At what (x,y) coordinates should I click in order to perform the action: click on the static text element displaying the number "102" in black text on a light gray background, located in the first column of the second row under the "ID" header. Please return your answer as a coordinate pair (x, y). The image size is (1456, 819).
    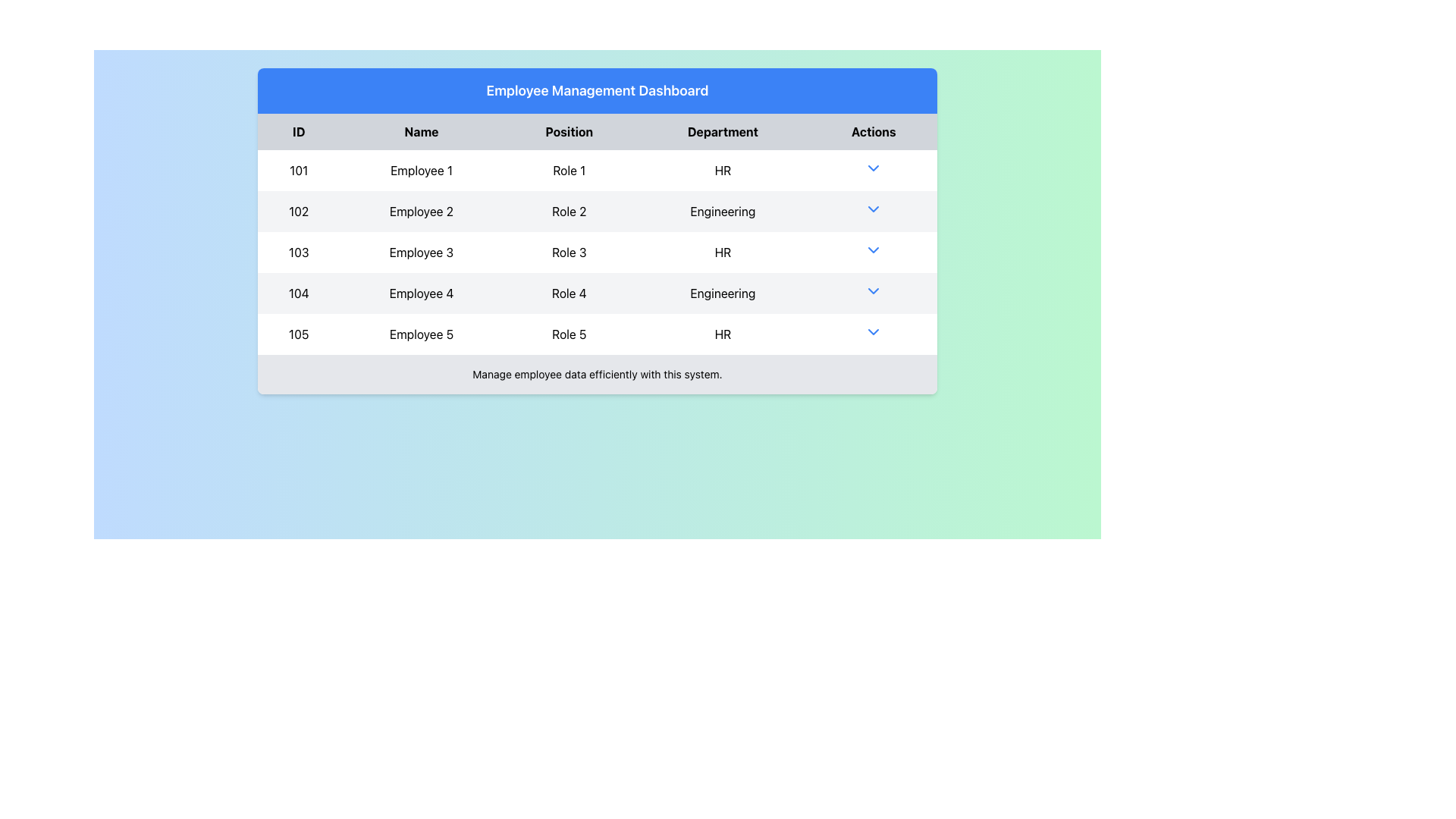
    Looking at the image, I should click on (299, 211).